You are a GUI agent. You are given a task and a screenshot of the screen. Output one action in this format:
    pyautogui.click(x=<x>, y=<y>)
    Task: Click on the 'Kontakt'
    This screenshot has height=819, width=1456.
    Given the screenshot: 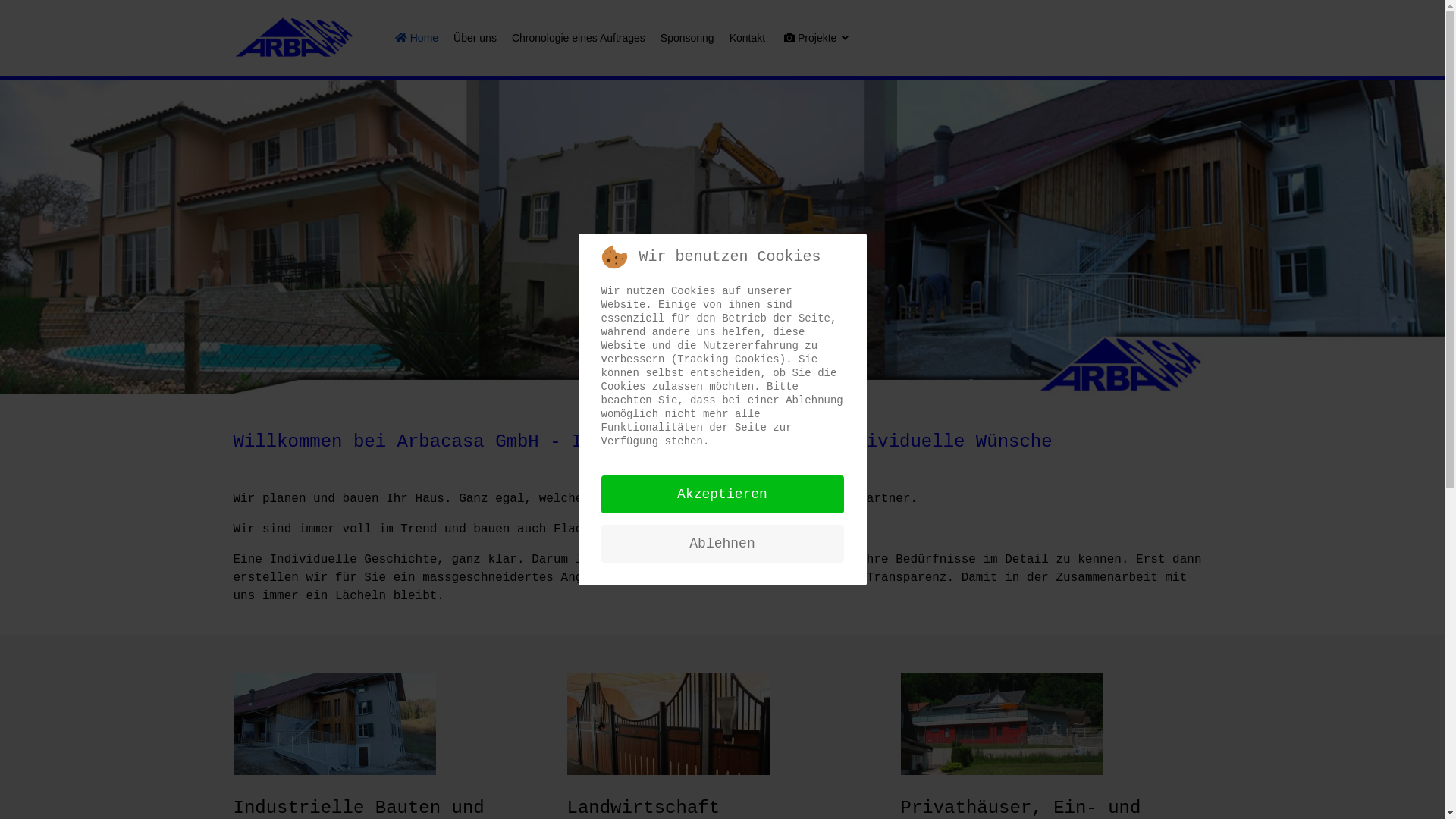 What is the action you would take?
    pyautogui.click(x=720, y=37)
    